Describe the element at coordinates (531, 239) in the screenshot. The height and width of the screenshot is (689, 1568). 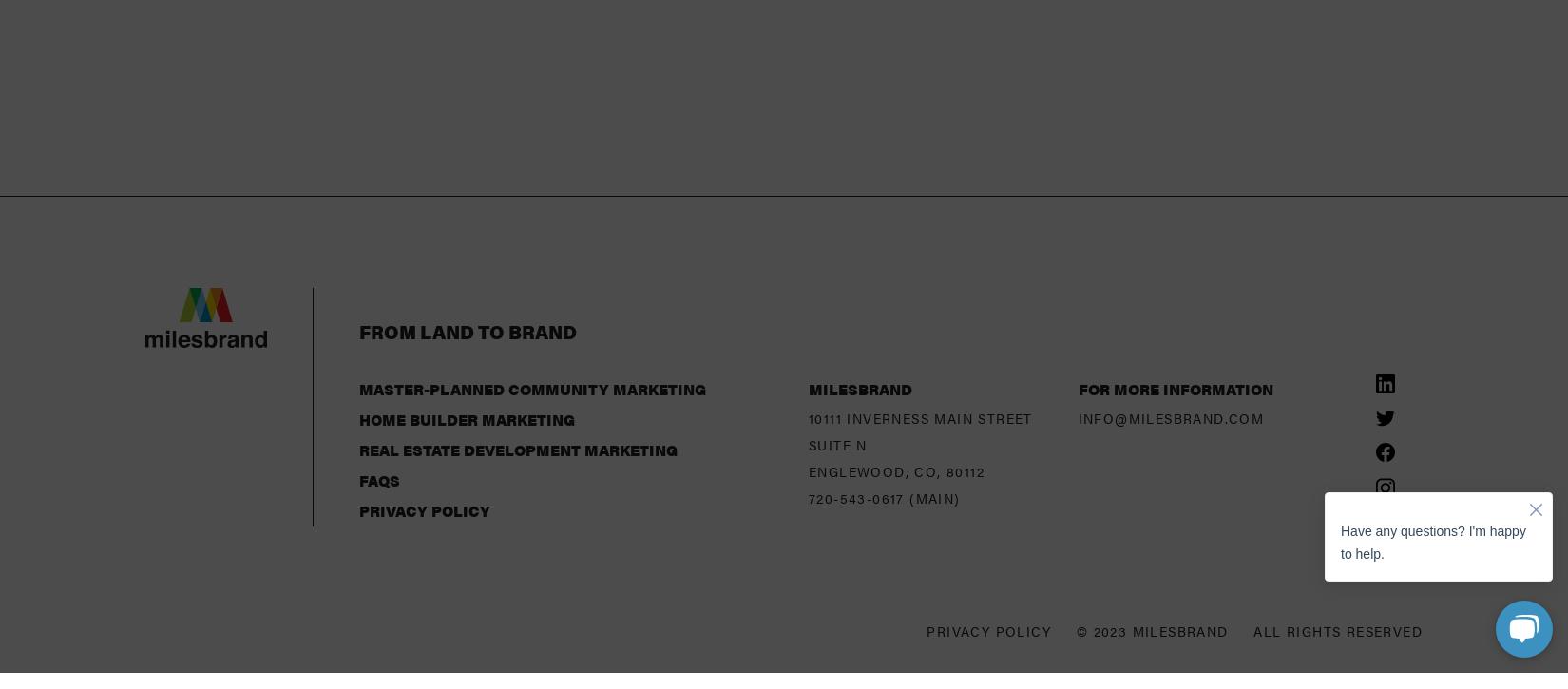
I see `'Master-Planned Community Marketing'` at that location.